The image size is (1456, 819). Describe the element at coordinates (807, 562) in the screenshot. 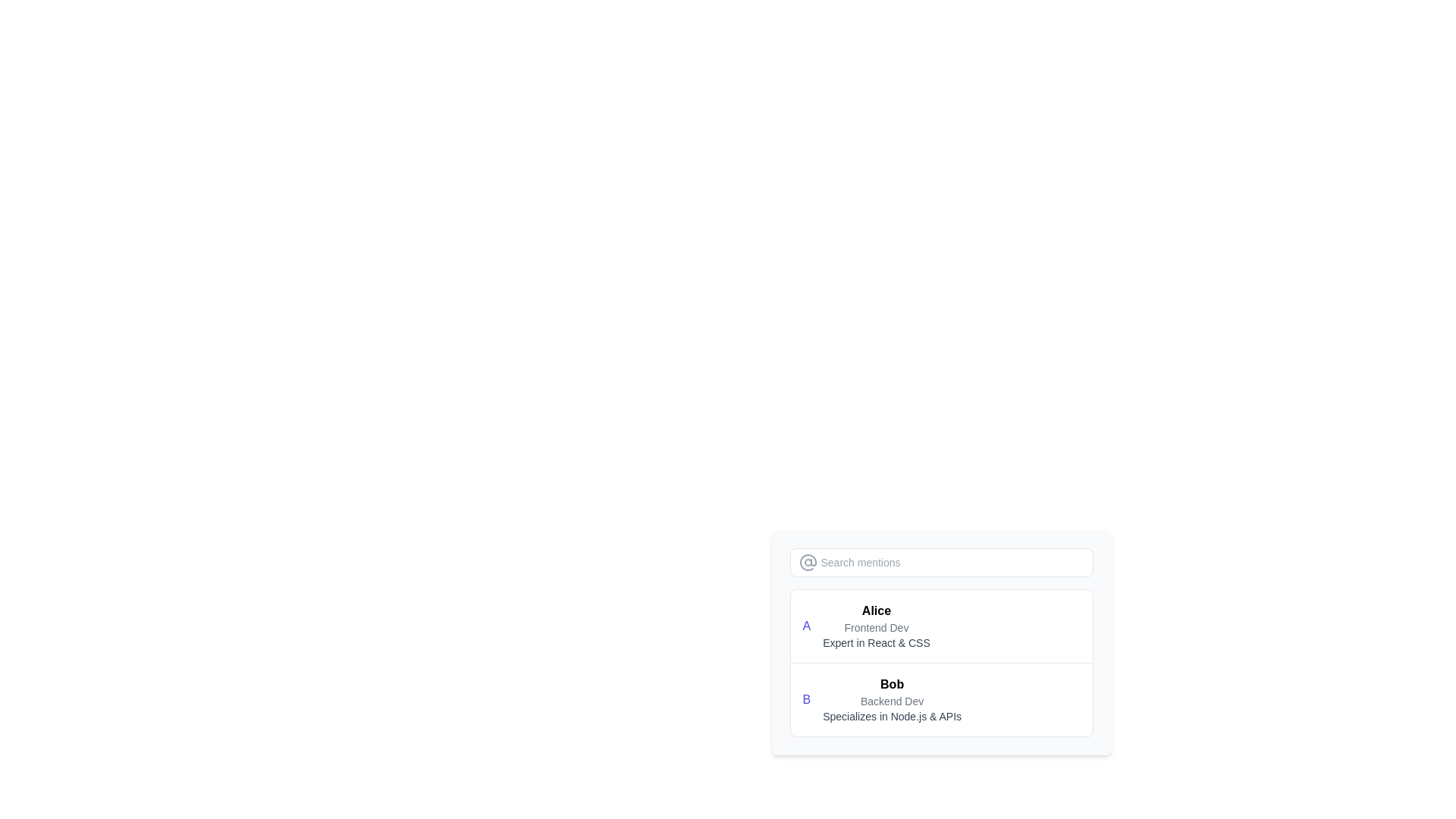

I see `the small gray '@' icon located inside the search bar to the left of the text input field` at that location.